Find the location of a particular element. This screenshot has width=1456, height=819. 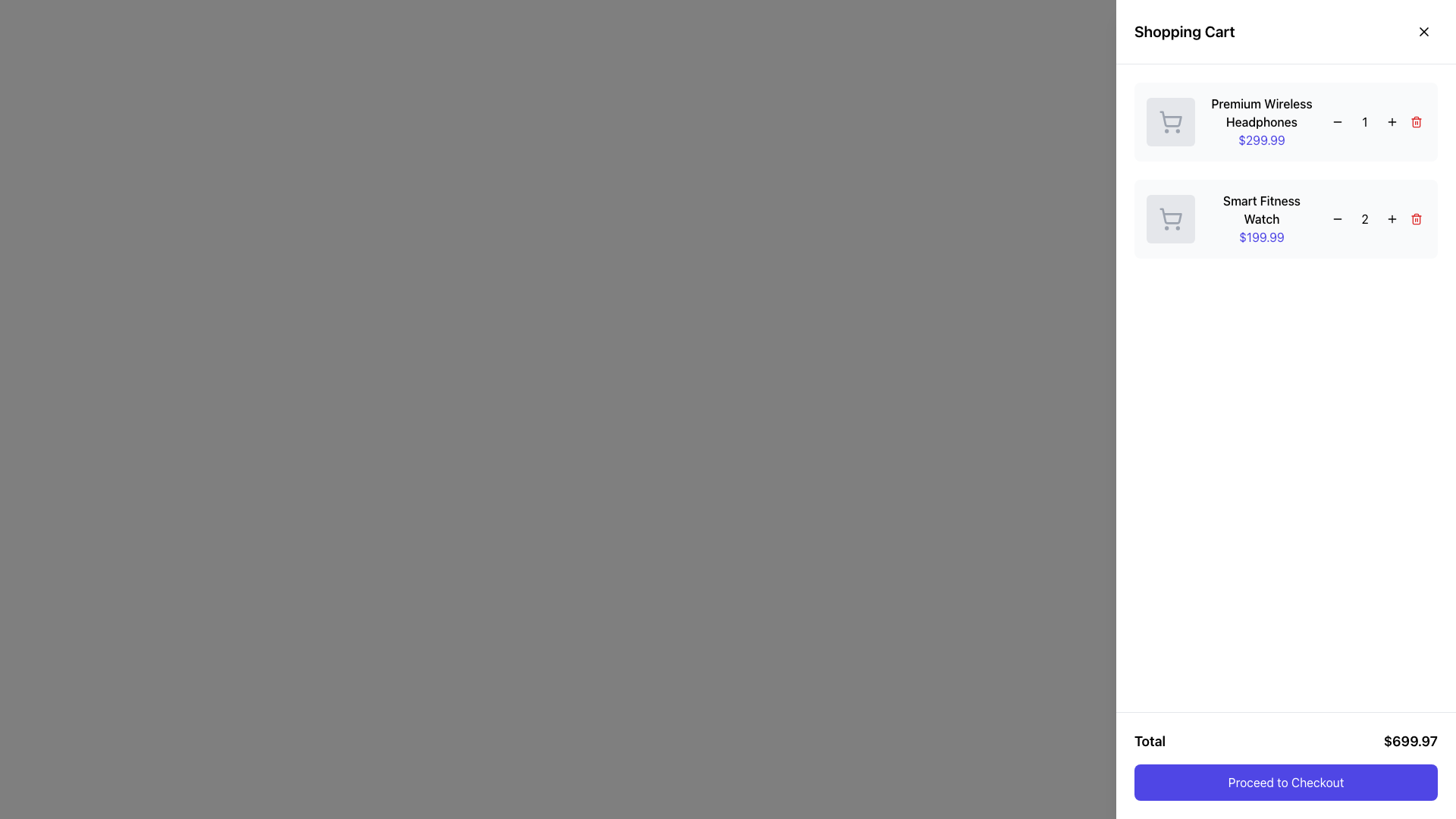

the 'X' icon button located at the top-right corner of the shopping cart interface is located at coordinates (1423, 32).